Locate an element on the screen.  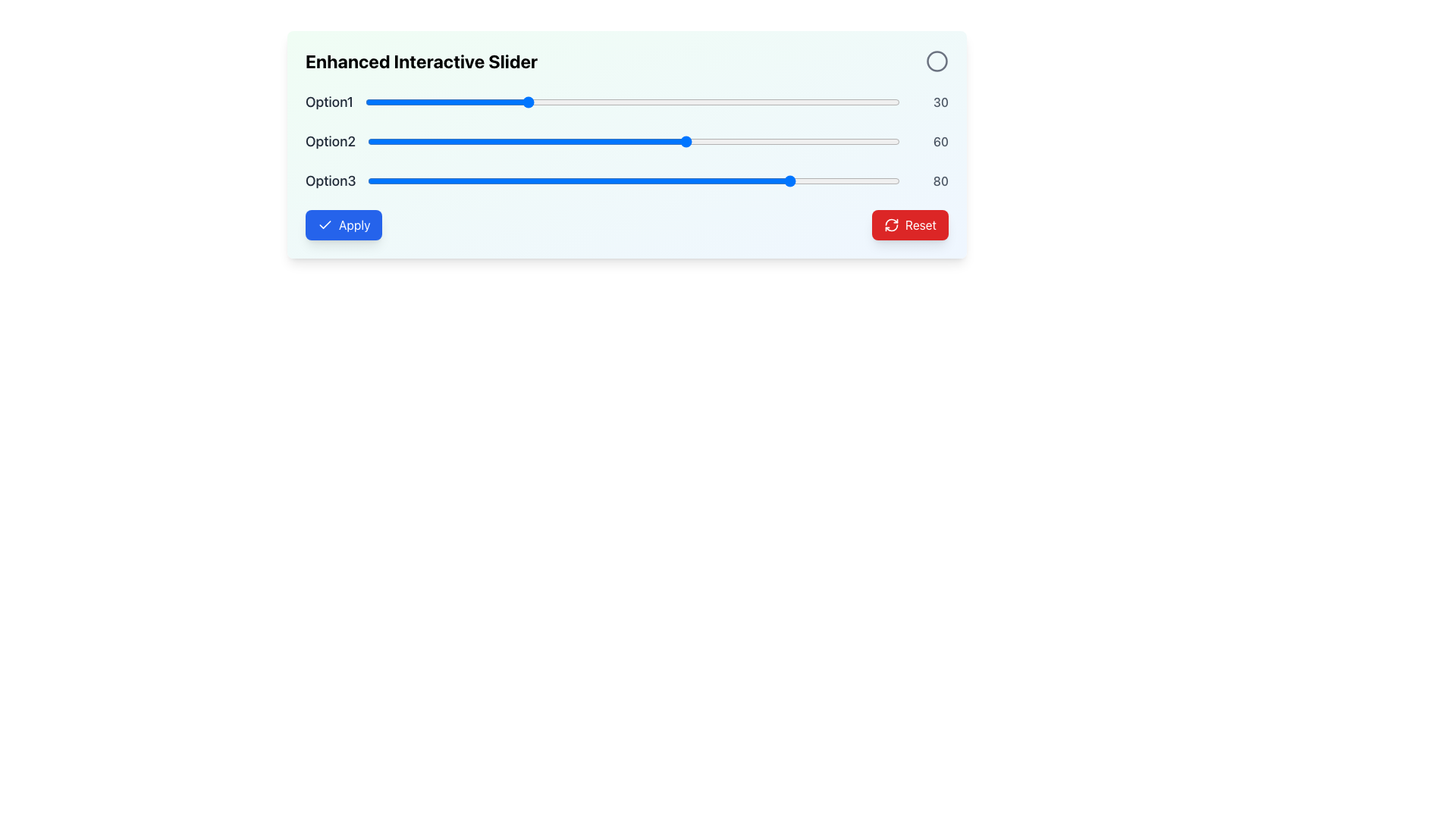
the slider is located at coordinates (723, 102).